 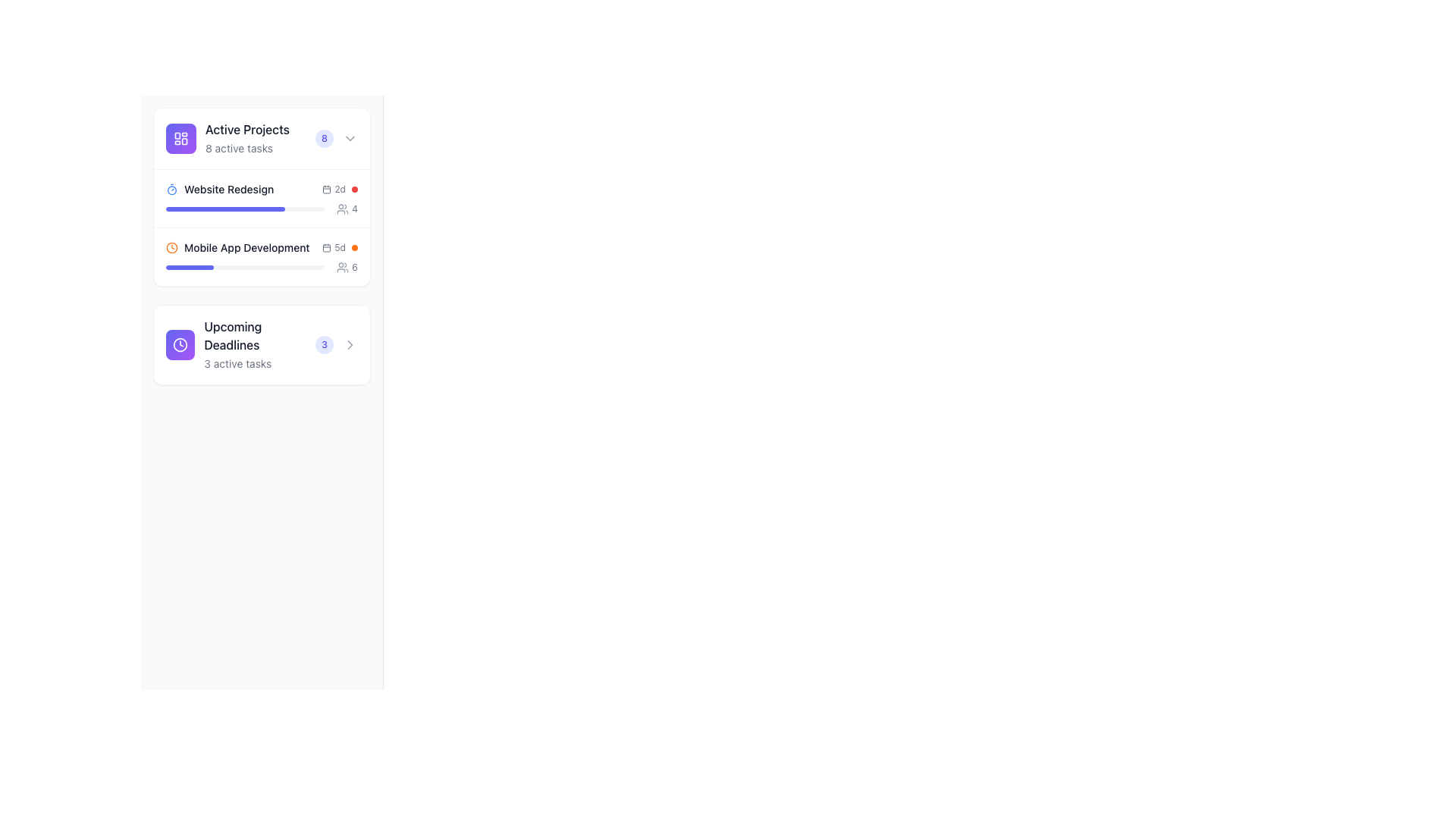 What do you see at coordinates (219, 189) in the screenshot?
I see `the 'Website Redesign' text display with a blue circular timer icon` at bounding box center [219, 189].